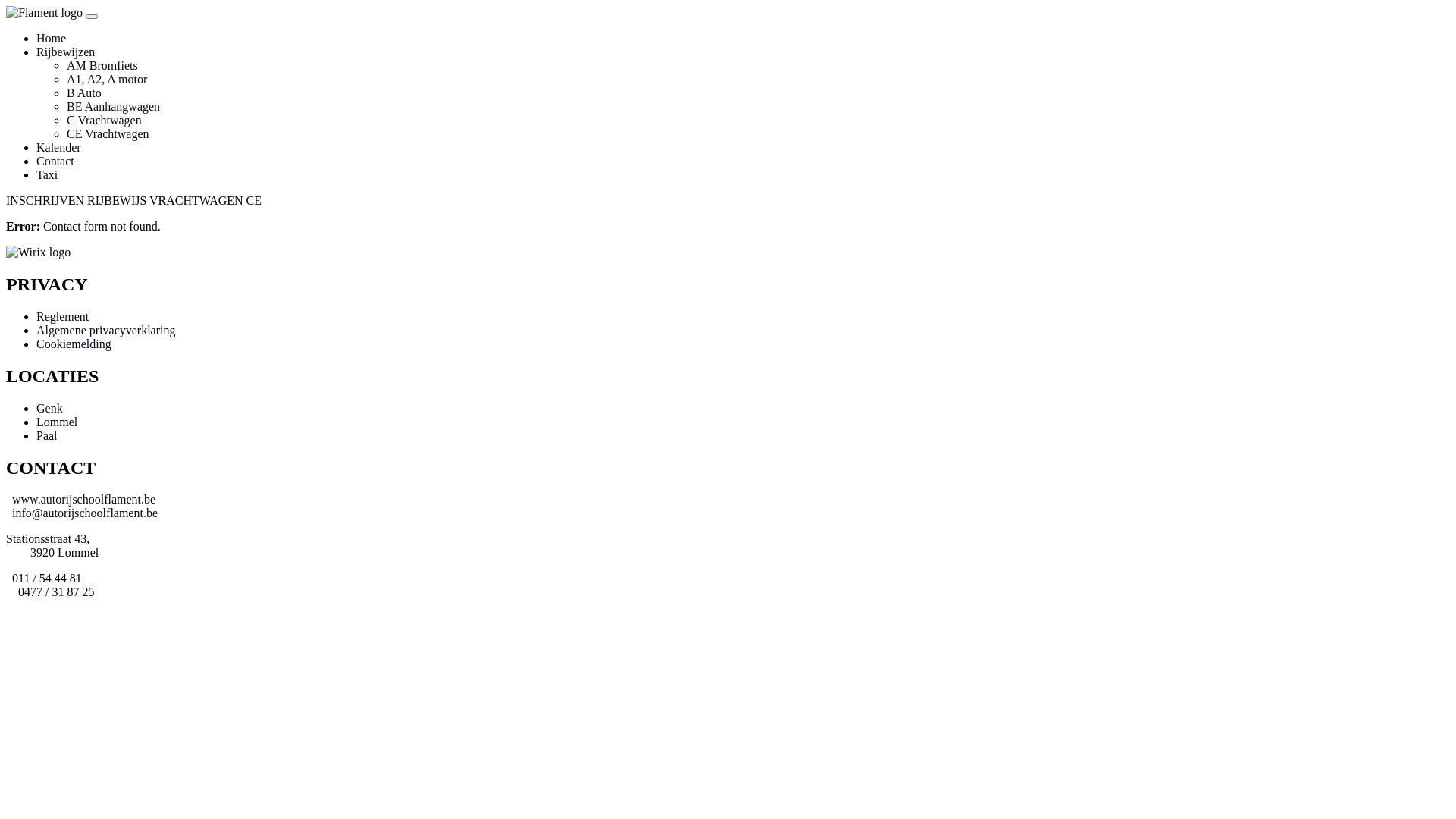  I want to click on 'Lommel', so click(57, 422).